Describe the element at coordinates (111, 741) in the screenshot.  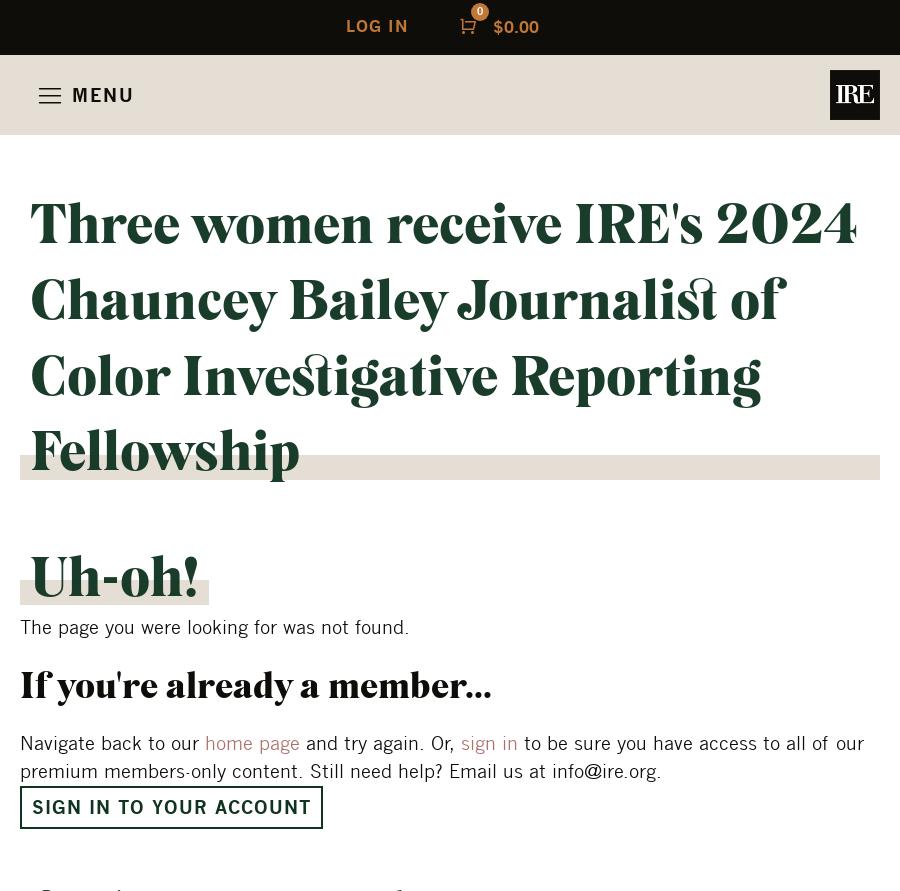
I see `'Navigate back to our'` at that location.